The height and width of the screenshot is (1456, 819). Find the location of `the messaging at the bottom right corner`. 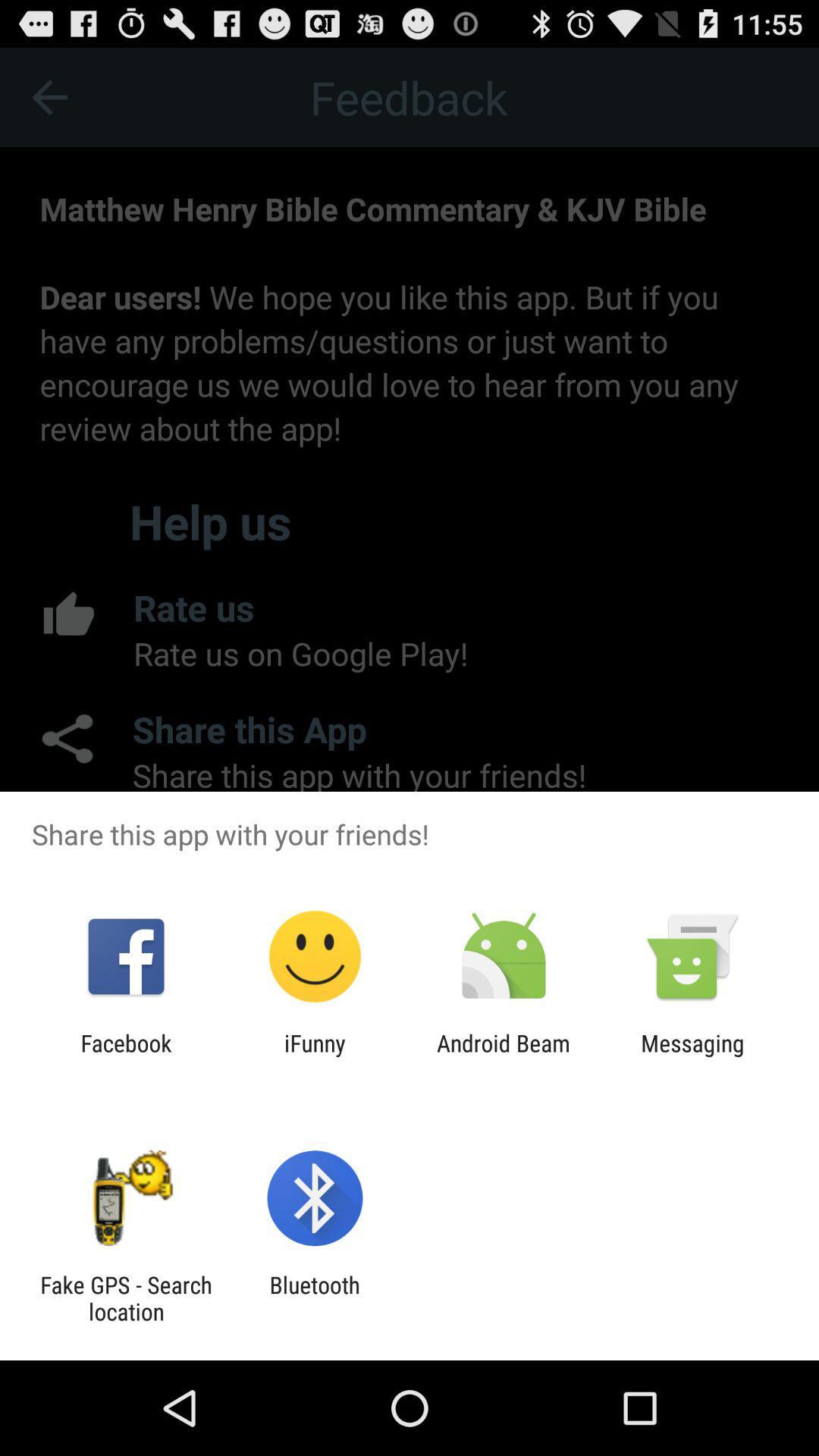

the messaging at the bottom right corner is located at coordinates (692, 1056).